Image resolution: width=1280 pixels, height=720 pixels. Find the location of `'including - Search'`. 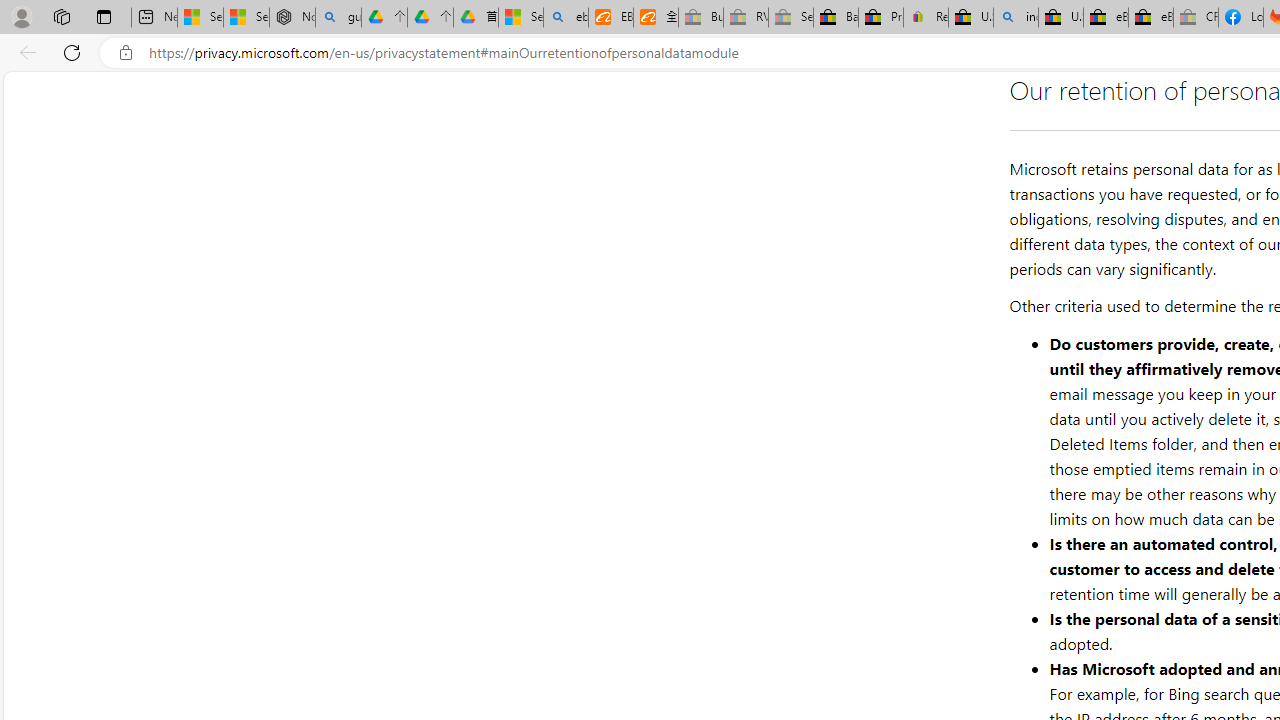

'including - Search' is located at coordinates (1016, 17).